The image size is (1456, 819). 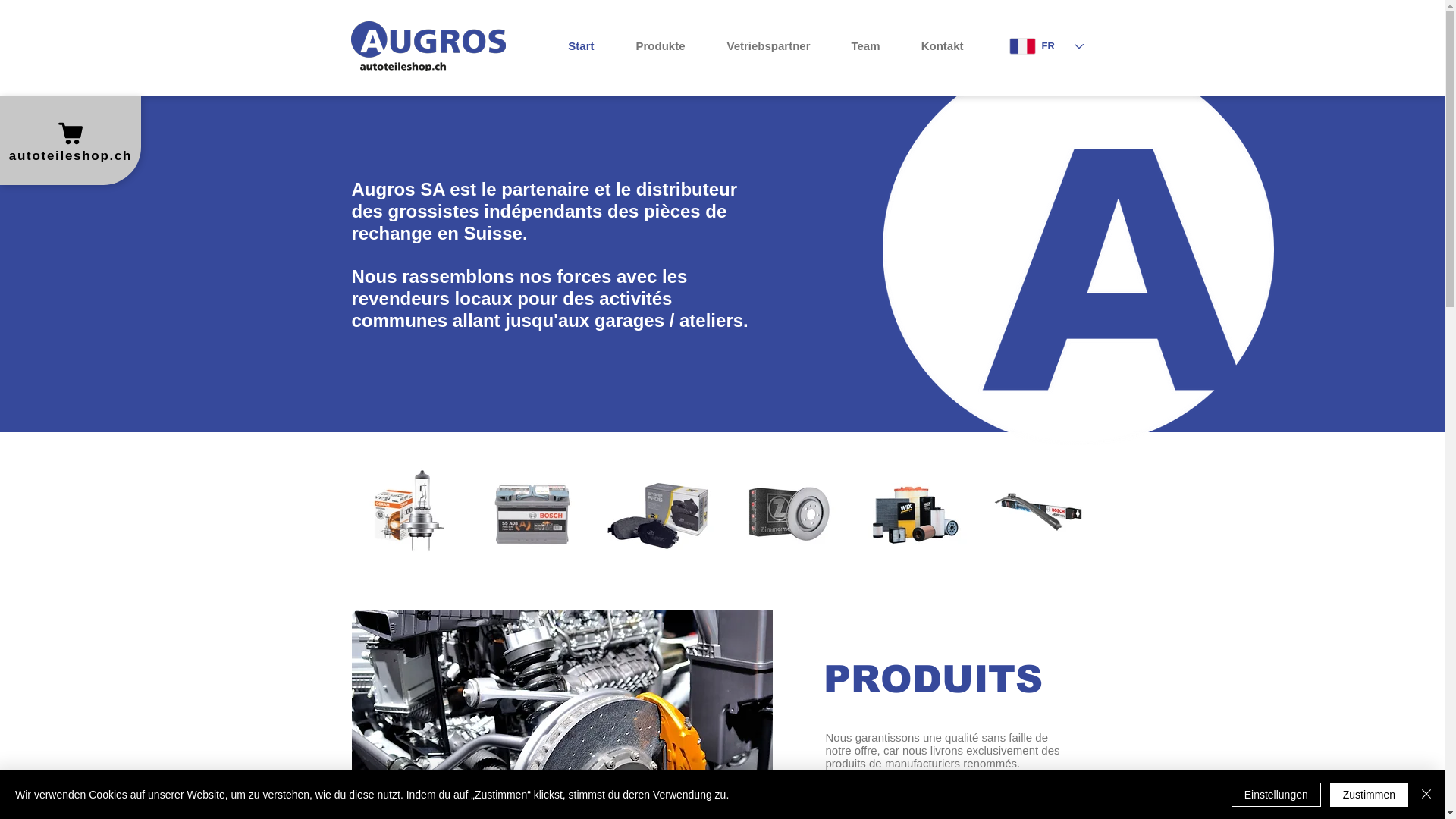 I want to click on 'Zustimmen', so click(x=1329, y=794).